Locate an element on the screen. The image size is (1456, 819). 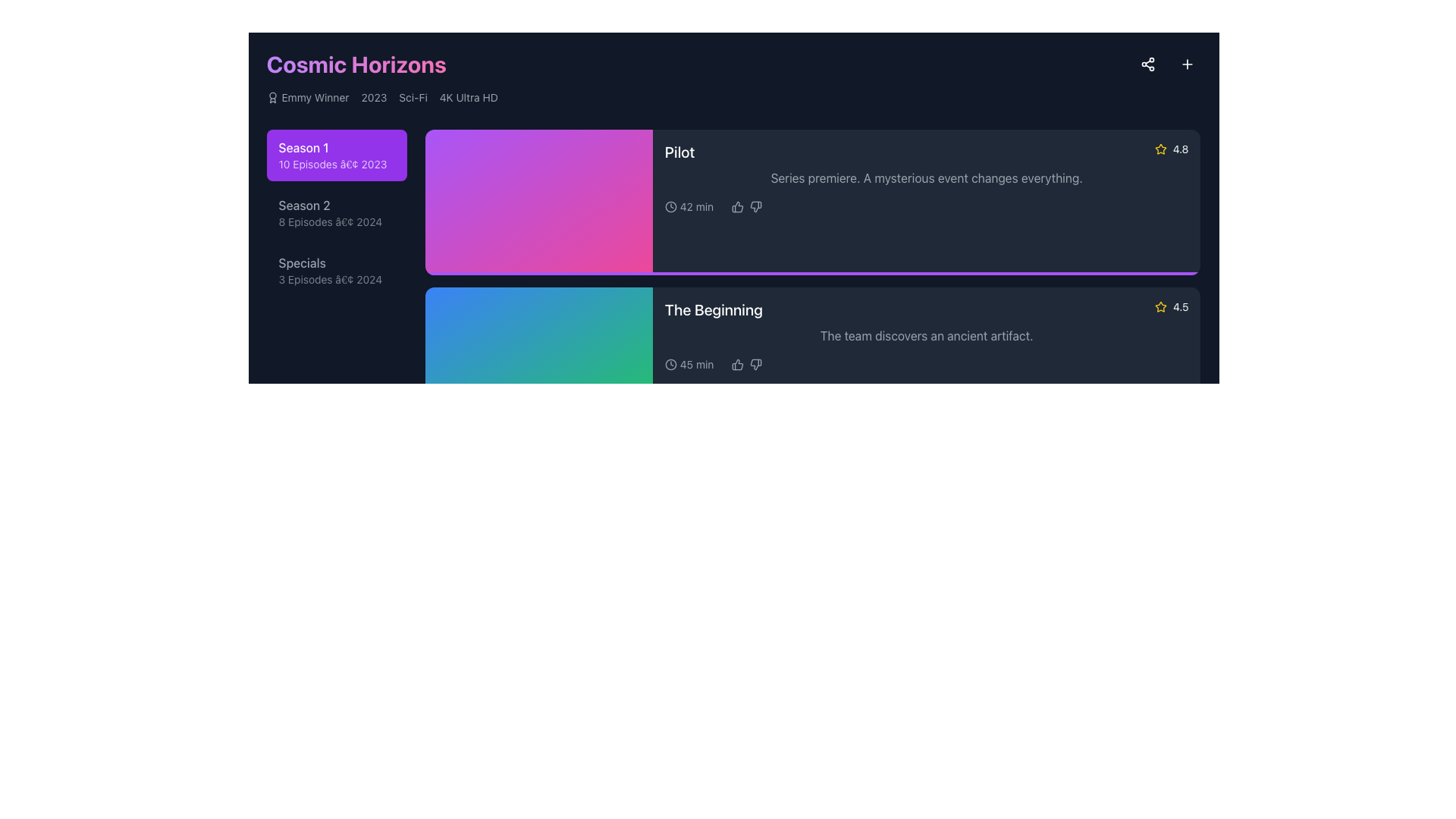
the icon that visually indicates the duration of the episode, positioned to the left of the text '45 min' in the information panel below the title 'The Beginning' is located at coordinates (670, 365).